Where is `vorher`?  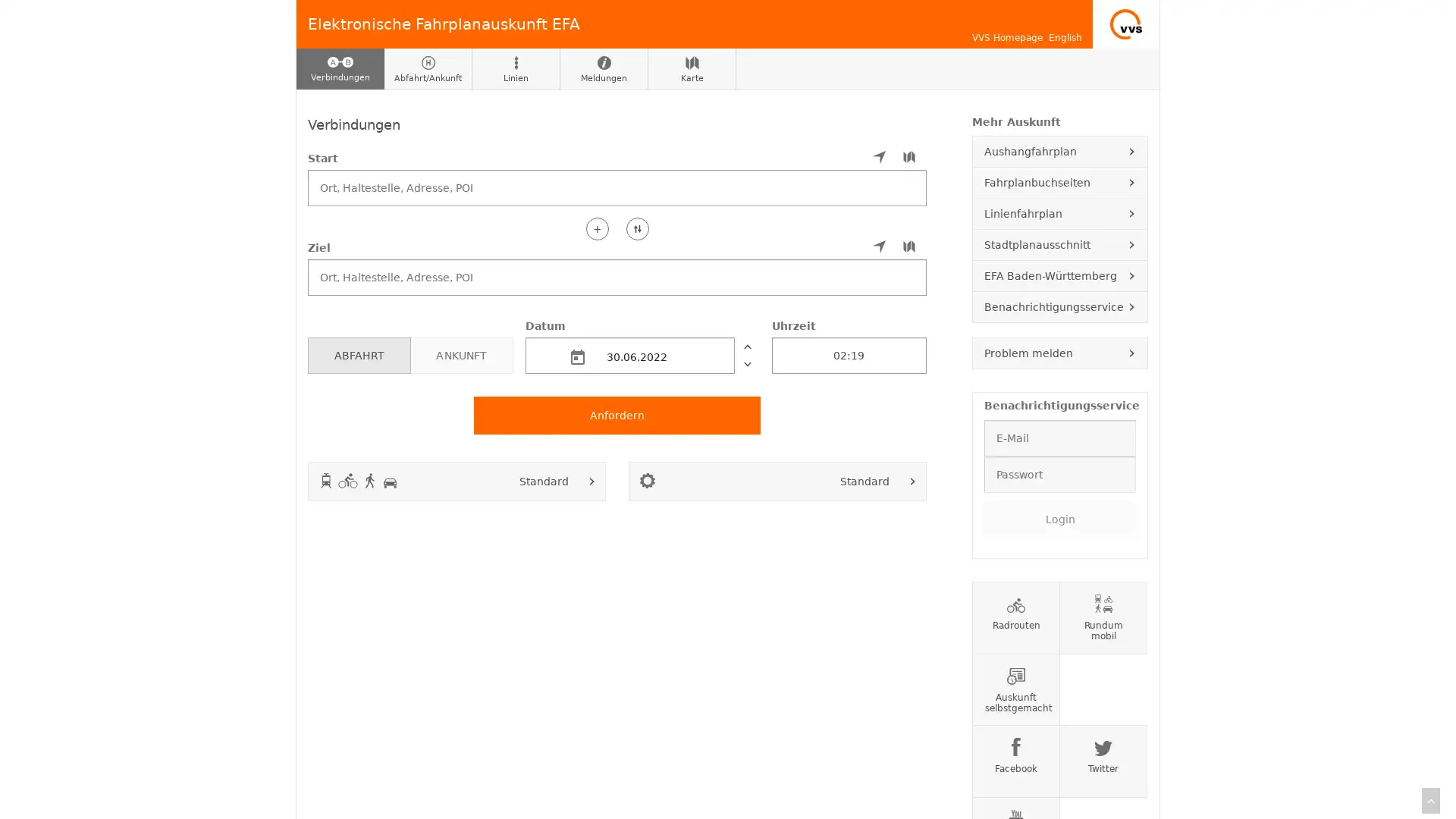
vorher is located at coordinates (746, 345).